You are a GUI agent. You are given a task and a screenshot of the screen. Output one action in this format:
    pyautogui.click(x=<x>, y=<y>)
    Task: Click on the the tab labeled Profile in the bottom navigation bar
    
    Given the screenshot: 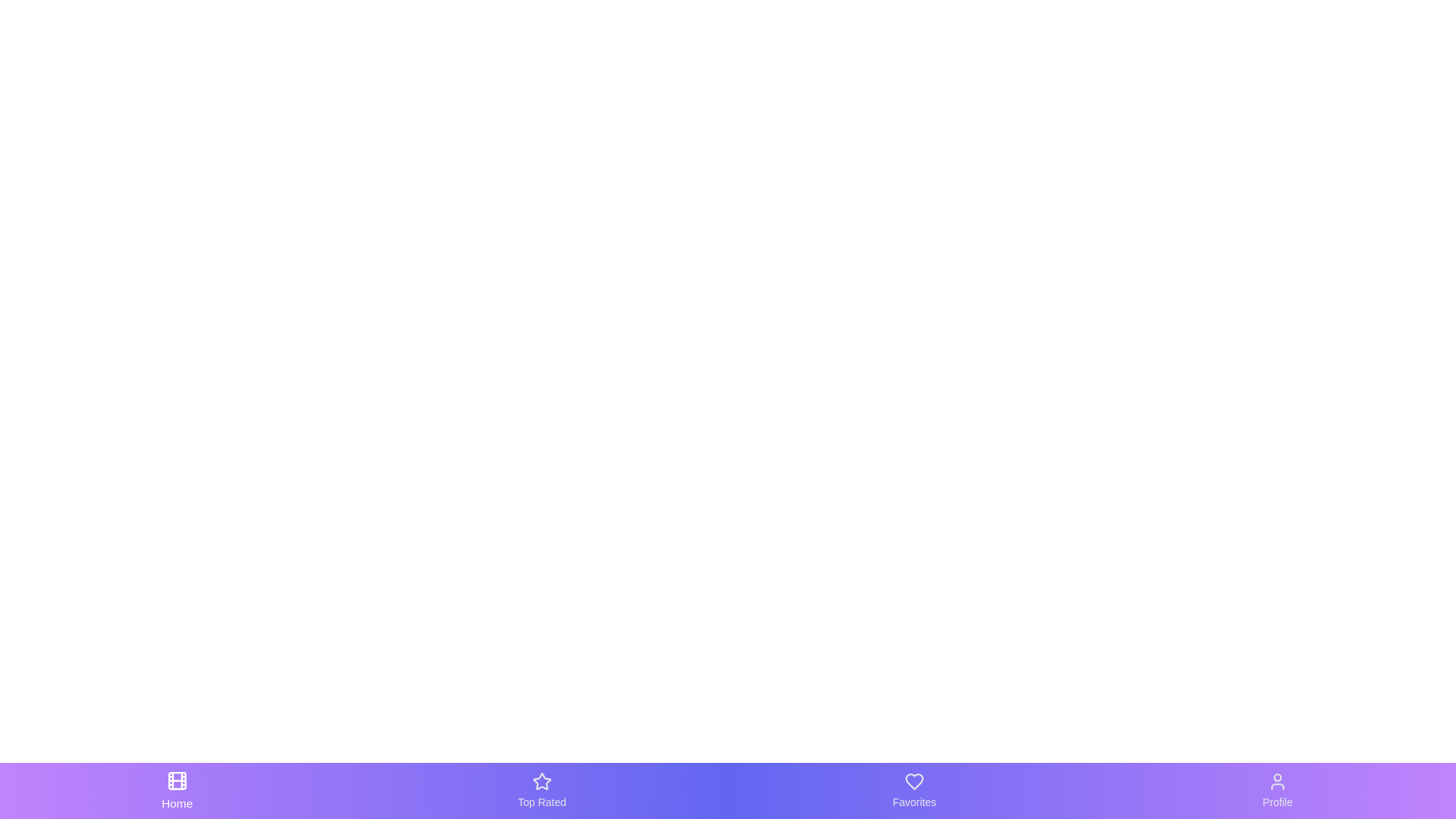 What is the action you would take?
    pyautogui.click(x=1276, y=789)
    